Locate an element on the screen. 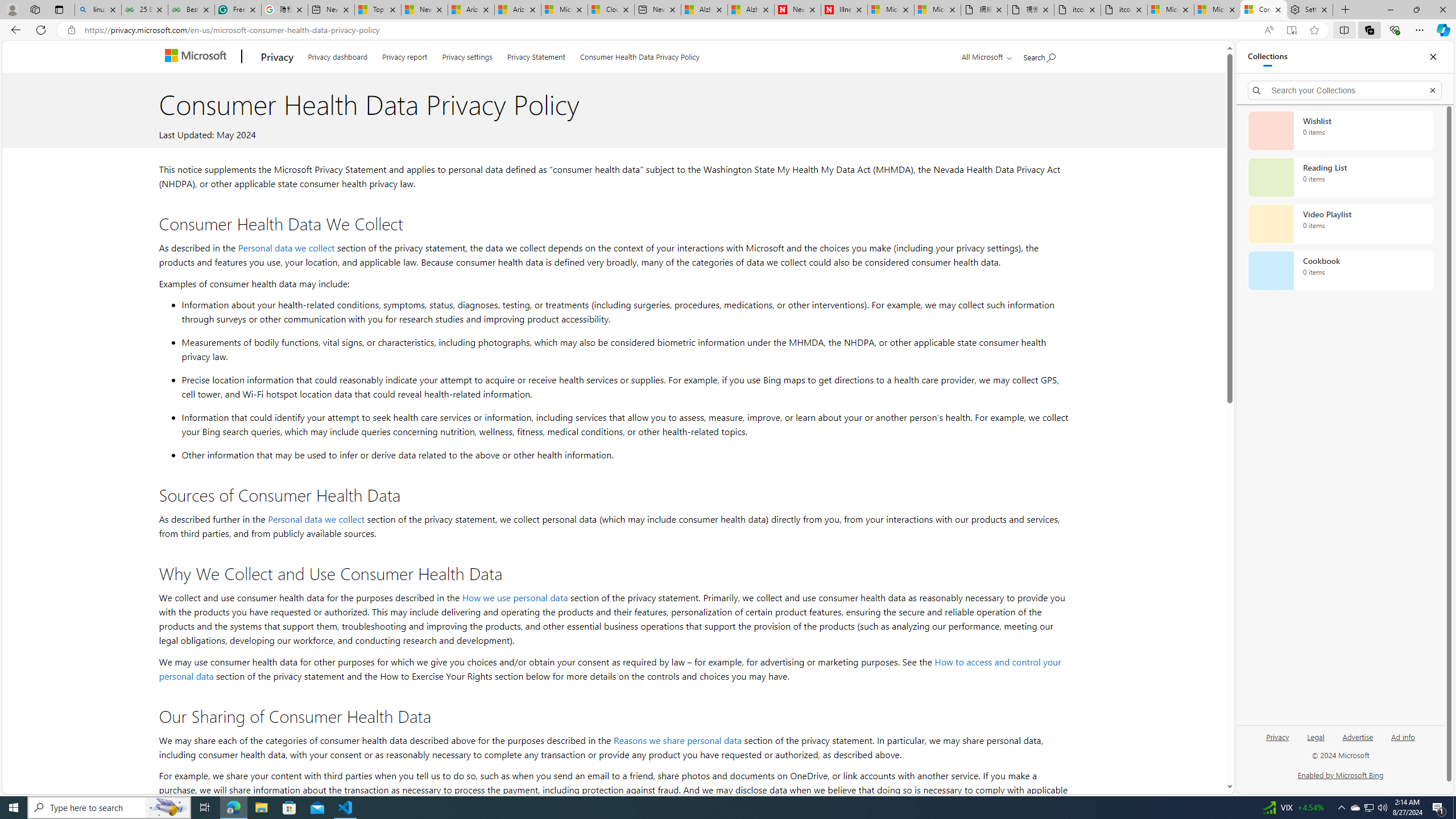 The height and width of the screenshot is (819, 1456). 'Privacy settings' is located at coordinates (466, 55).